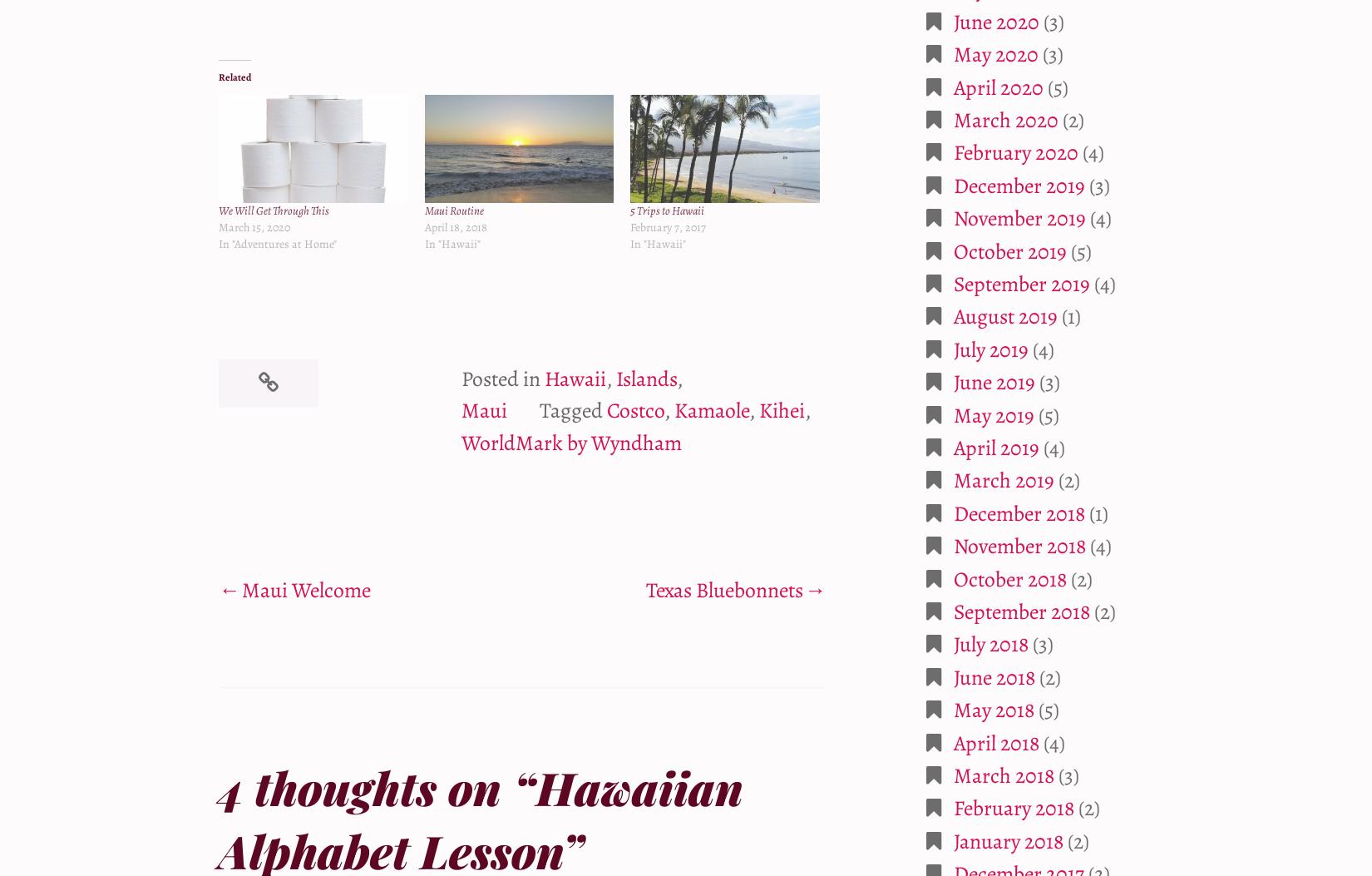 The height and width of the screenshot is (876, 1372). Describe the element at coordinates (1019, 185) in the screenshot. I see `'December 2019'` at that location.